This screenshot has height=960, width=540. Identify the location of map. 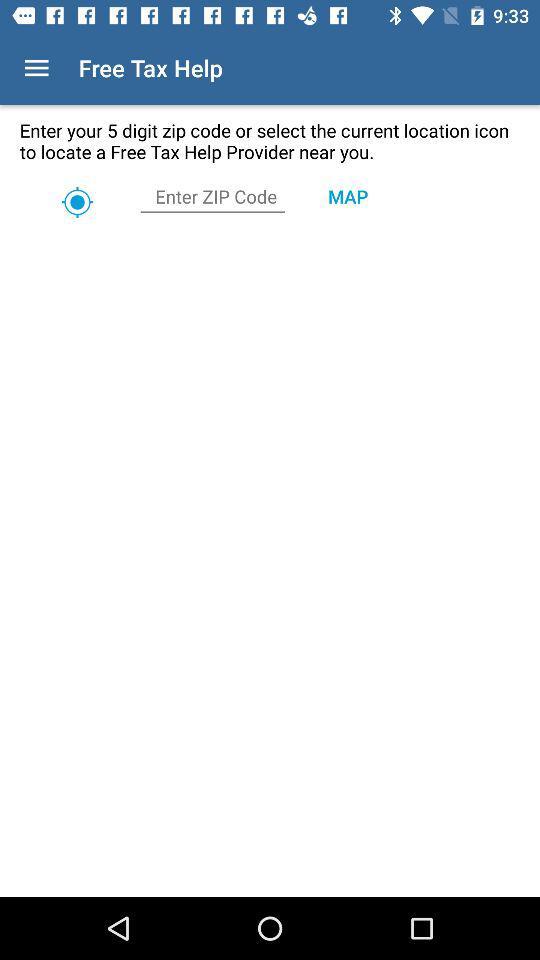
(346, 196).